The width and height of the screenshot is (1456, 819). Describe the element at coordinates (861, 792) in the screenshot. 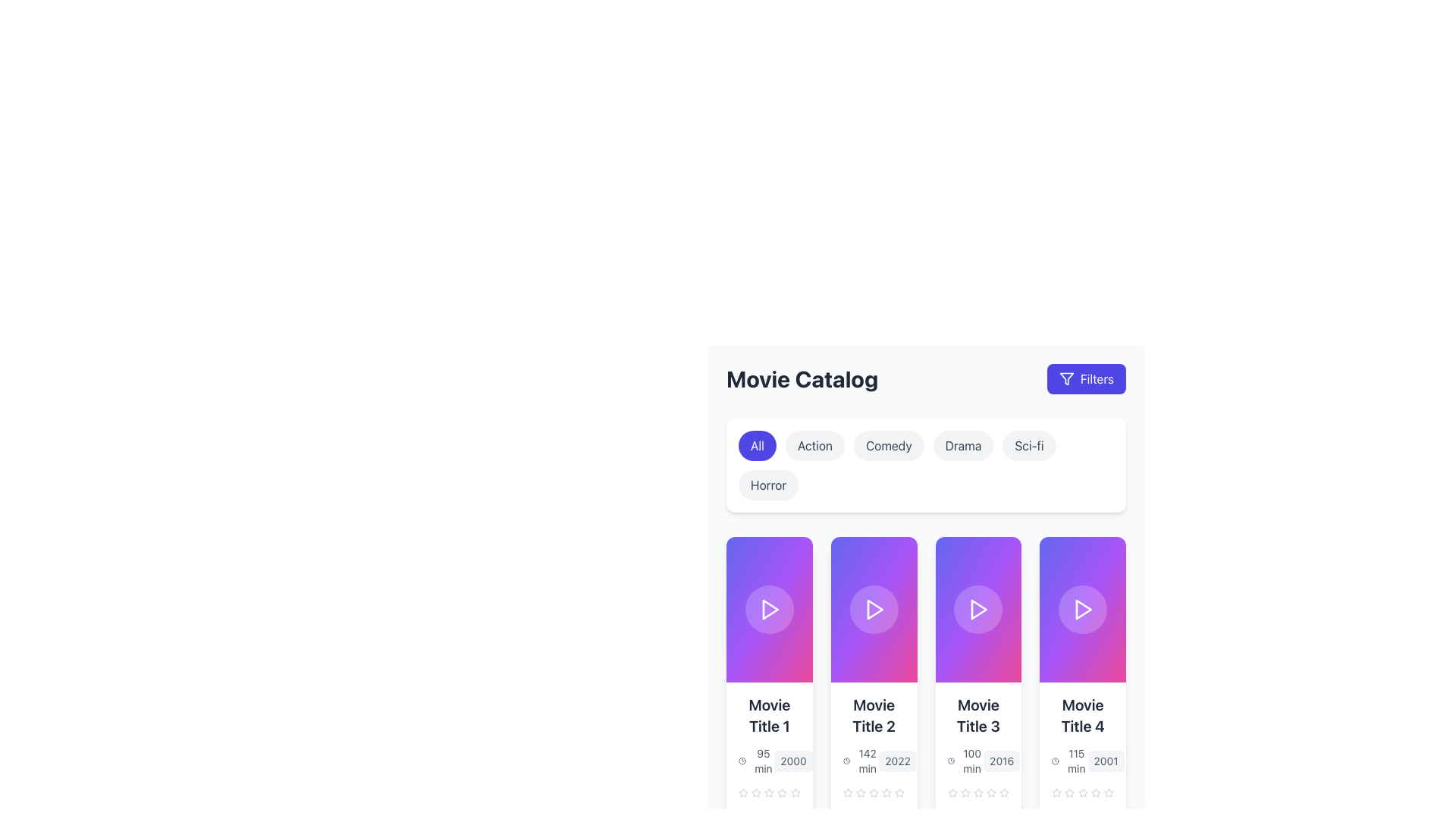

I see `the third star icon, which is light gray and part of the rating interface for 'Movie Title 2'` at that location.